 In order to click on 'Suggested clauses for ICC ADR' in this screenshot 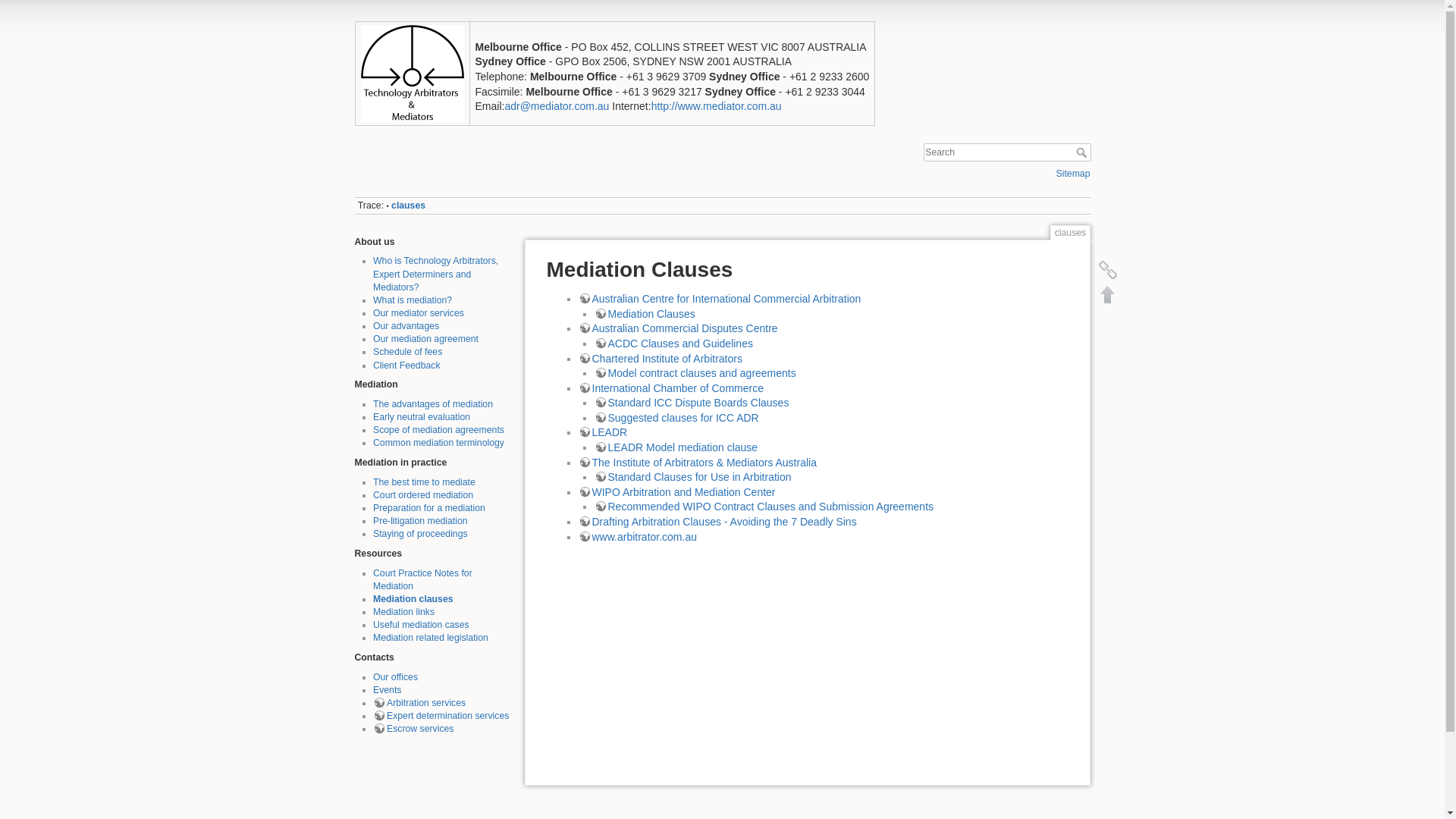, I will do `click(676, 418)`.